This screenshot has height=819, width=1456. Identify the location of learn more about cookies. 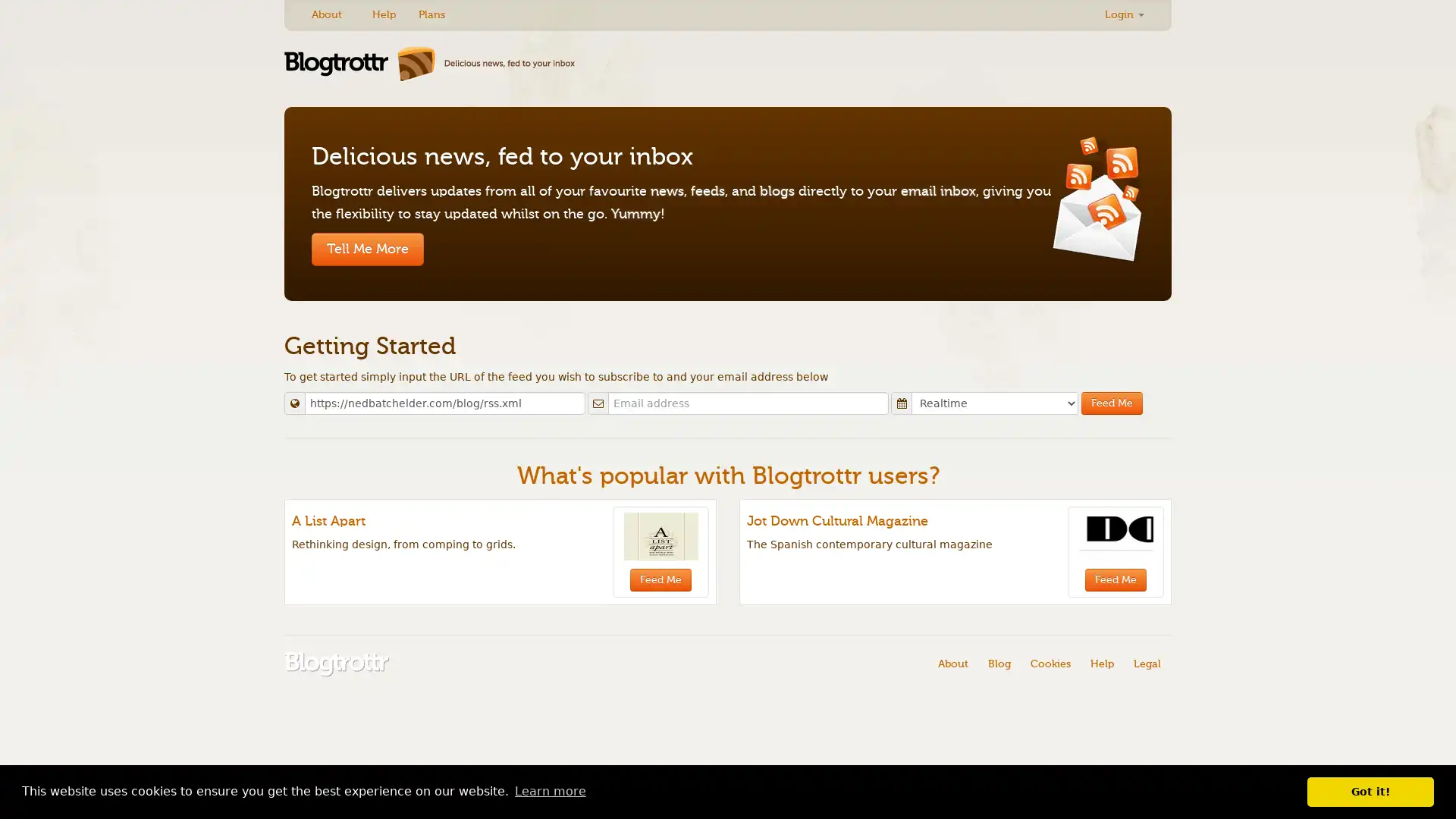
(549, 791).